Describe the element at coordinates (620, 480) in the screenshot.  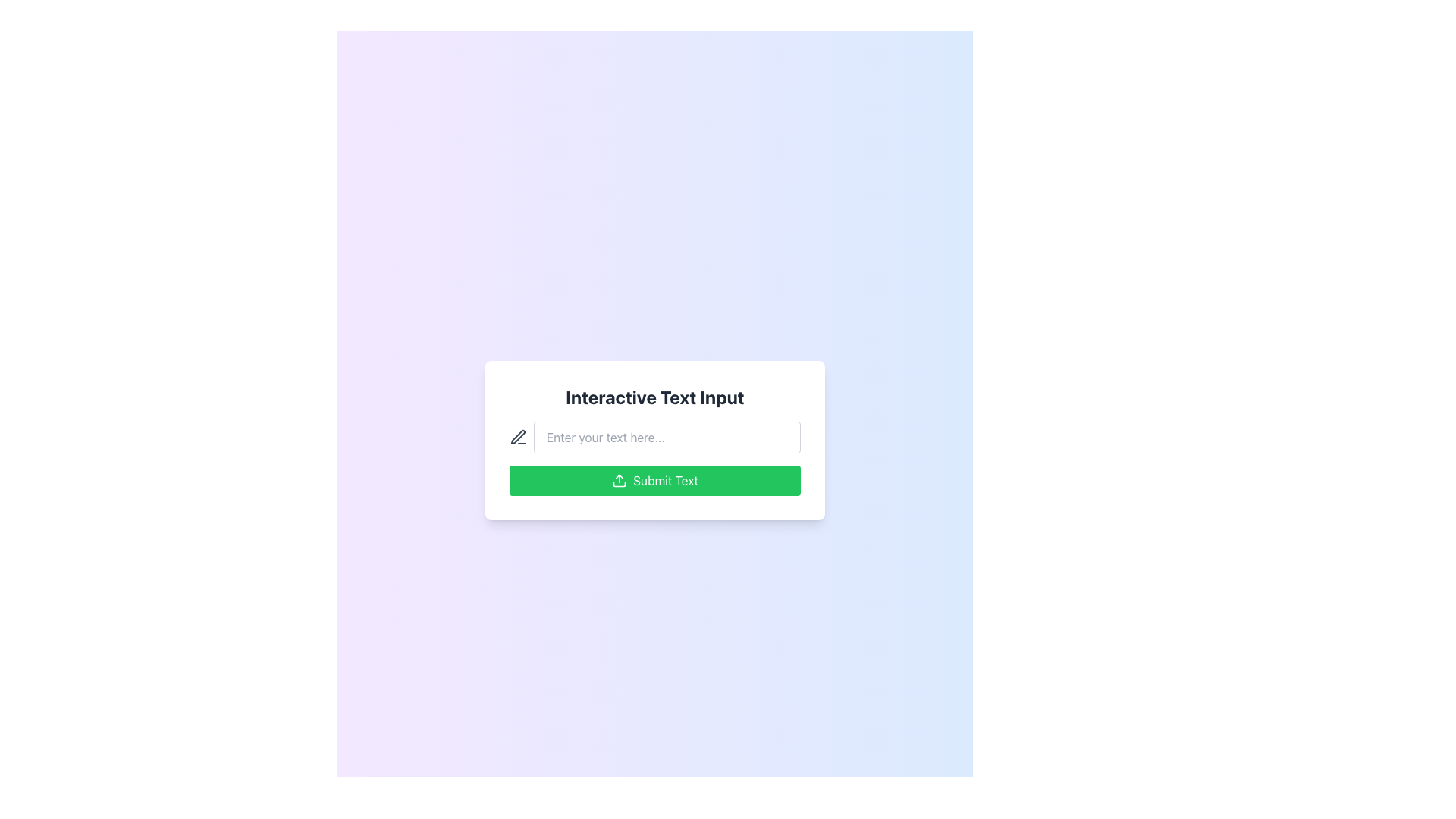
I see `the small upload icon with a green background located to the left of the 'Submit Text' label on the green submission button` at that location.